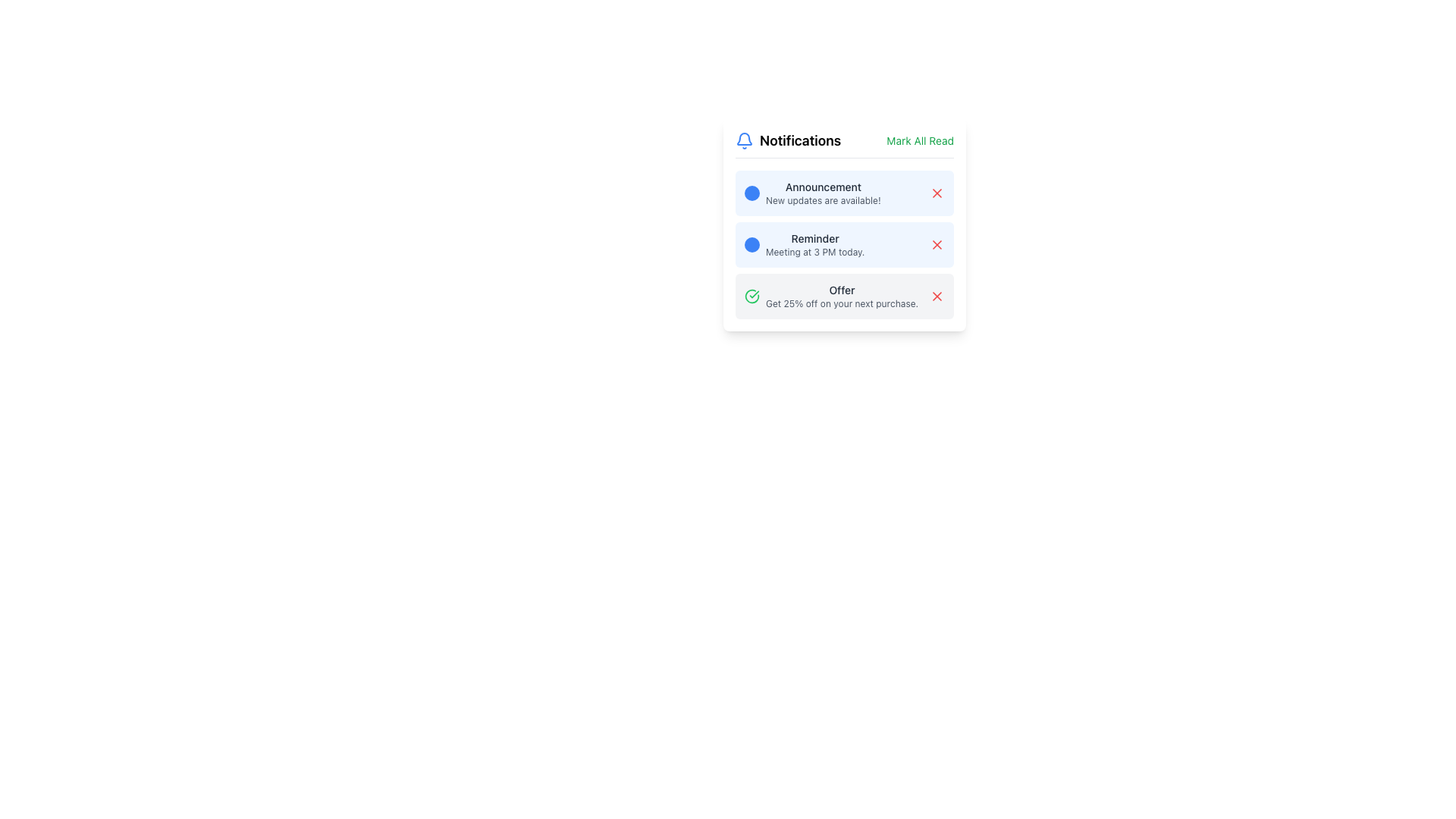 The height and width of the screenshot is (819, 1456). Describe the element at coordinates (919, 140) in the screenshot. I see `the 'Mark All as Read' button located at the top-right corner of the 'Notifications' section` at that location.